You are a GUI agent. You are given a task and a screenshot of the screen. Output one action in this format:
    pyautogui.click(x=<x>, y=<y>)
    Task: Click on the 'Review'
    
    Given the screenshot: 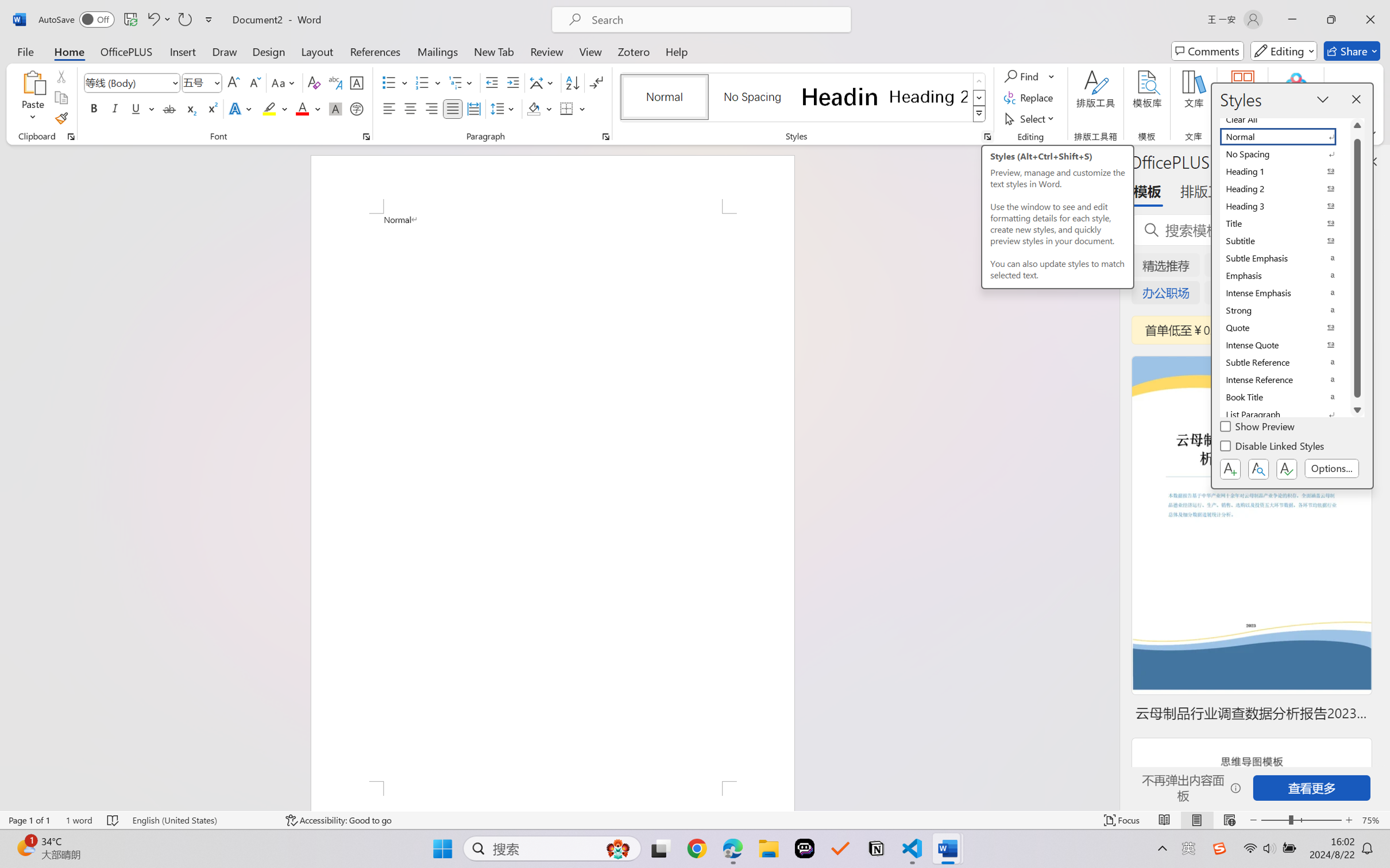 What is the action you would take?
    pyautogui.click(x=546, y=51)
    